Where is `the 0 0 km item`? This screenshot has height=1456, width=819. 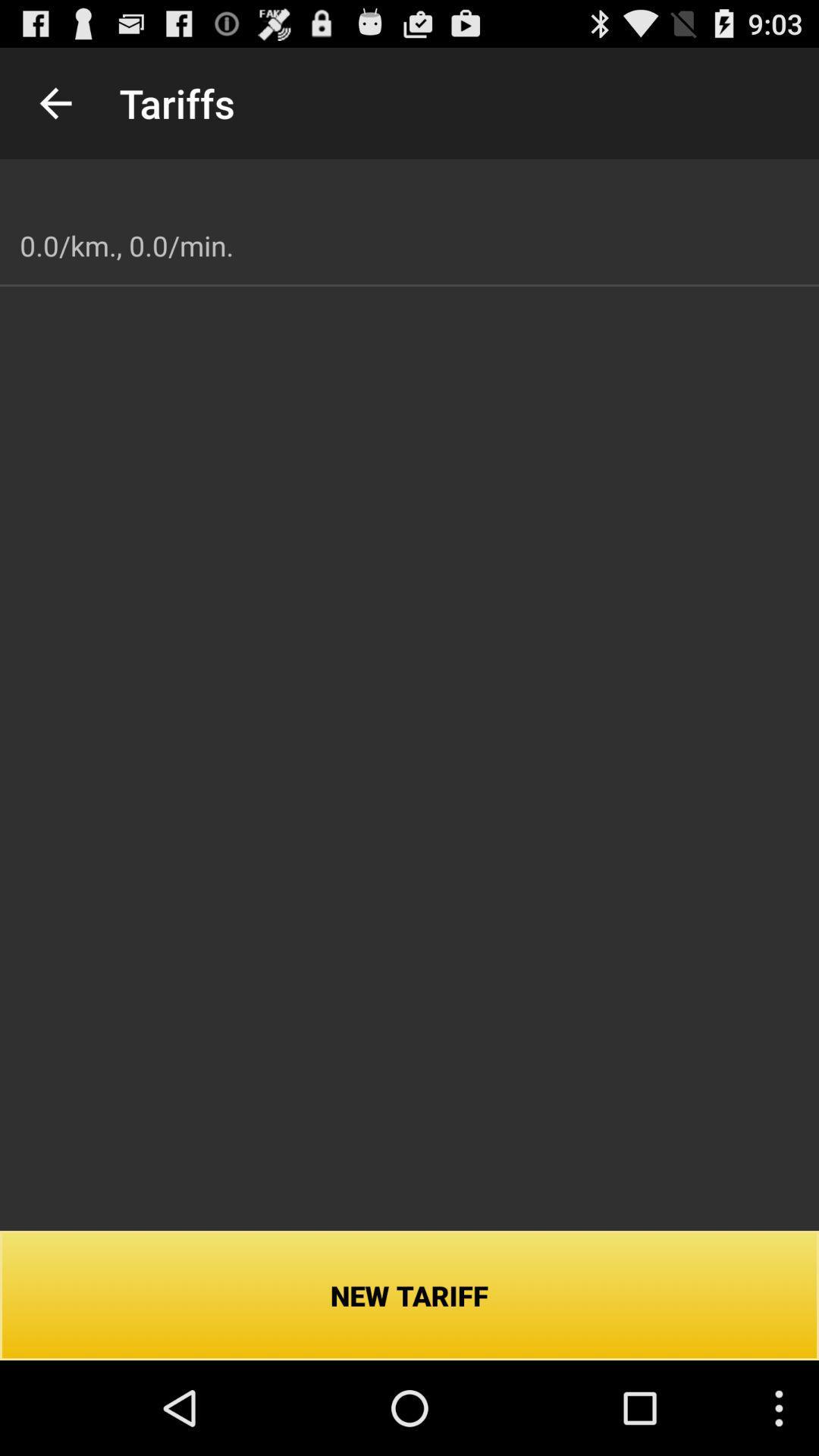
the 0 0 km item is located at coordinates (126, 246).